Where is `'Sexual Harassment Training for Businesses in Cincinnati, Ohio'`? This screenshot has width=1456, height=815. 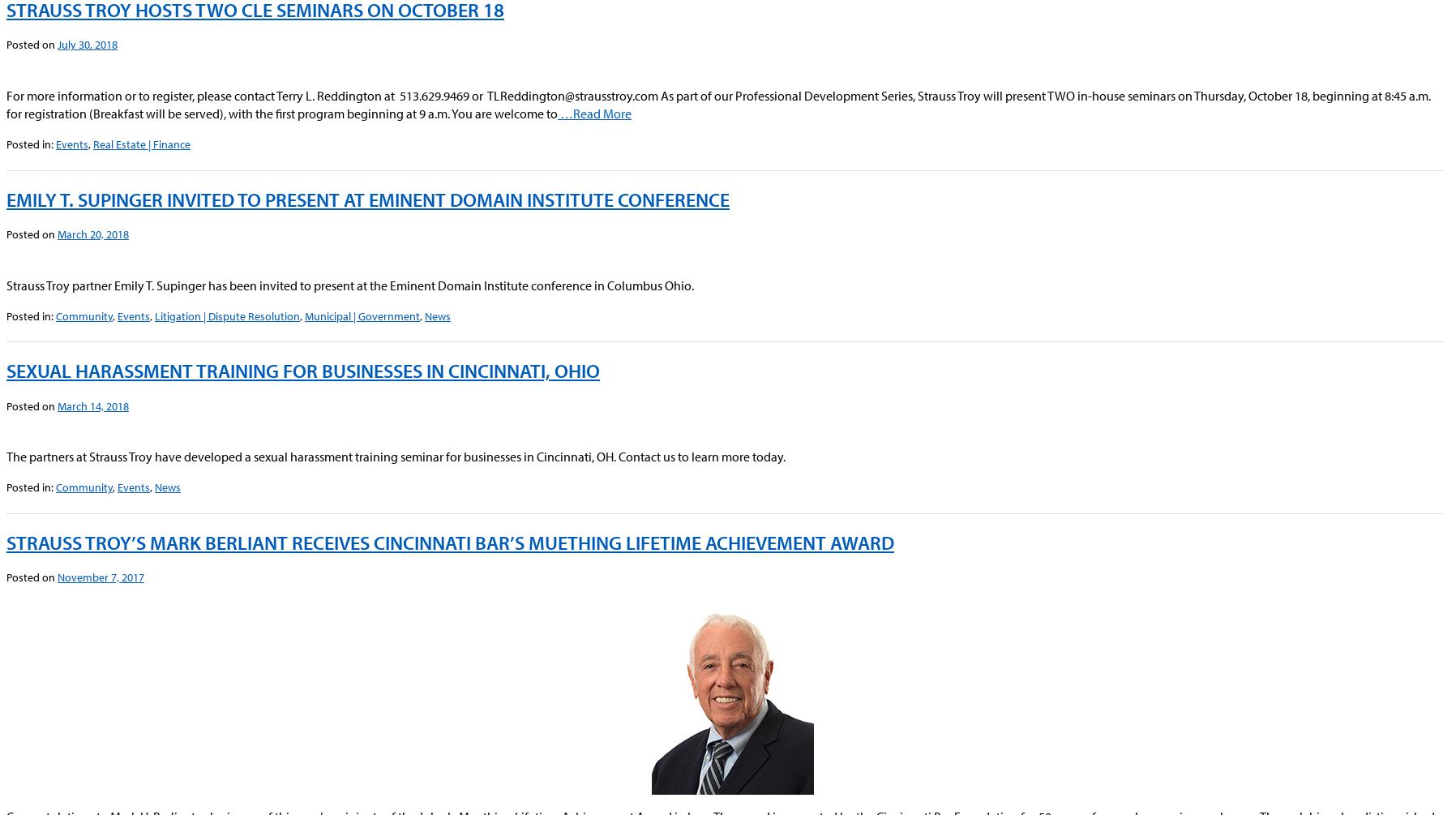 'Sexual Harassment Training for Businesses in Cincinnati, Ohio' is located at coordinates (302, 370).